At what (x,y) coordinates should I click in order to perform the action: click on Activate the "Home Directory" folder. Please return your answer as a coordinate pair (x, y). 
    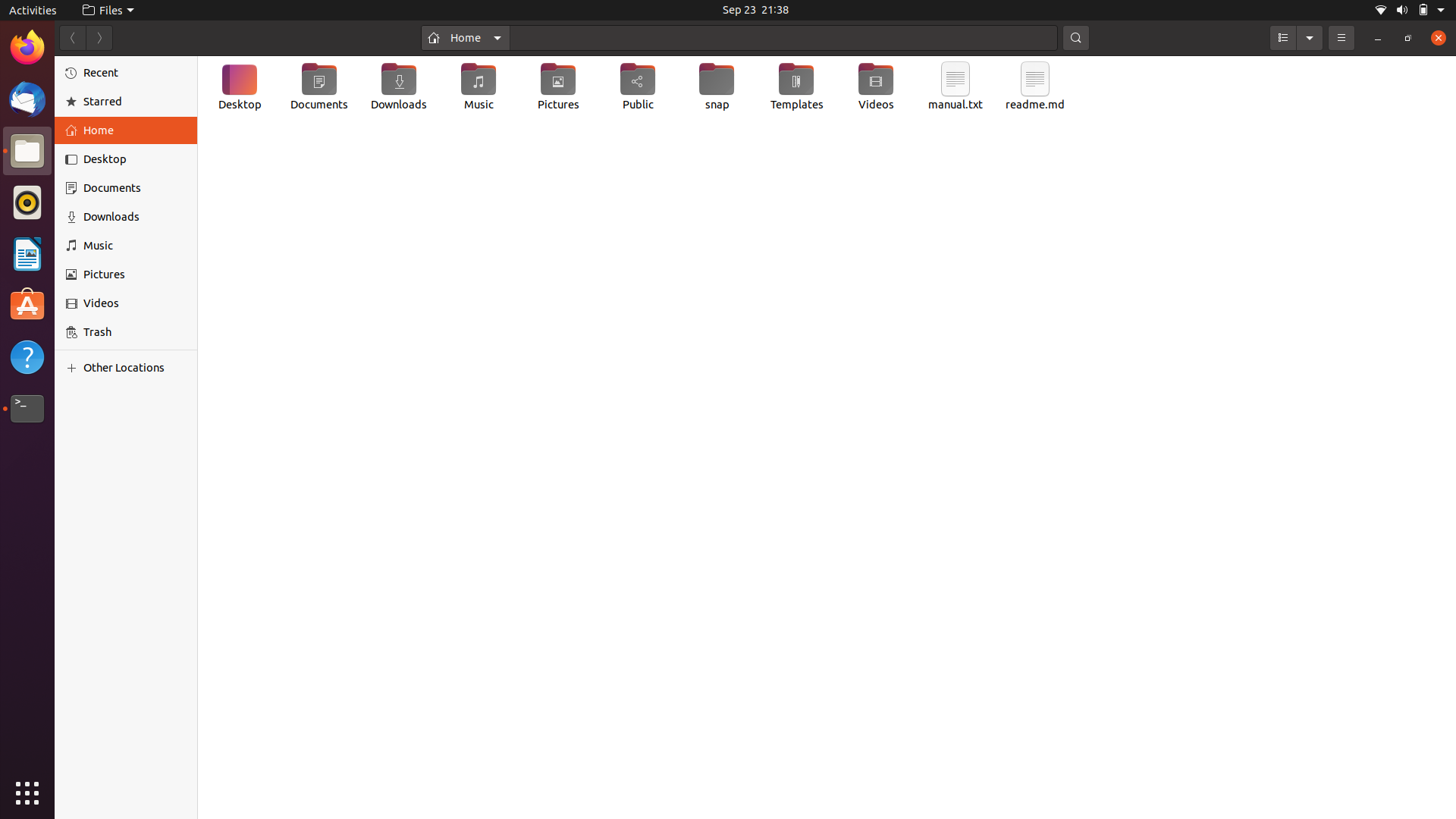
    Looking at the image, I should click on (464, 36).